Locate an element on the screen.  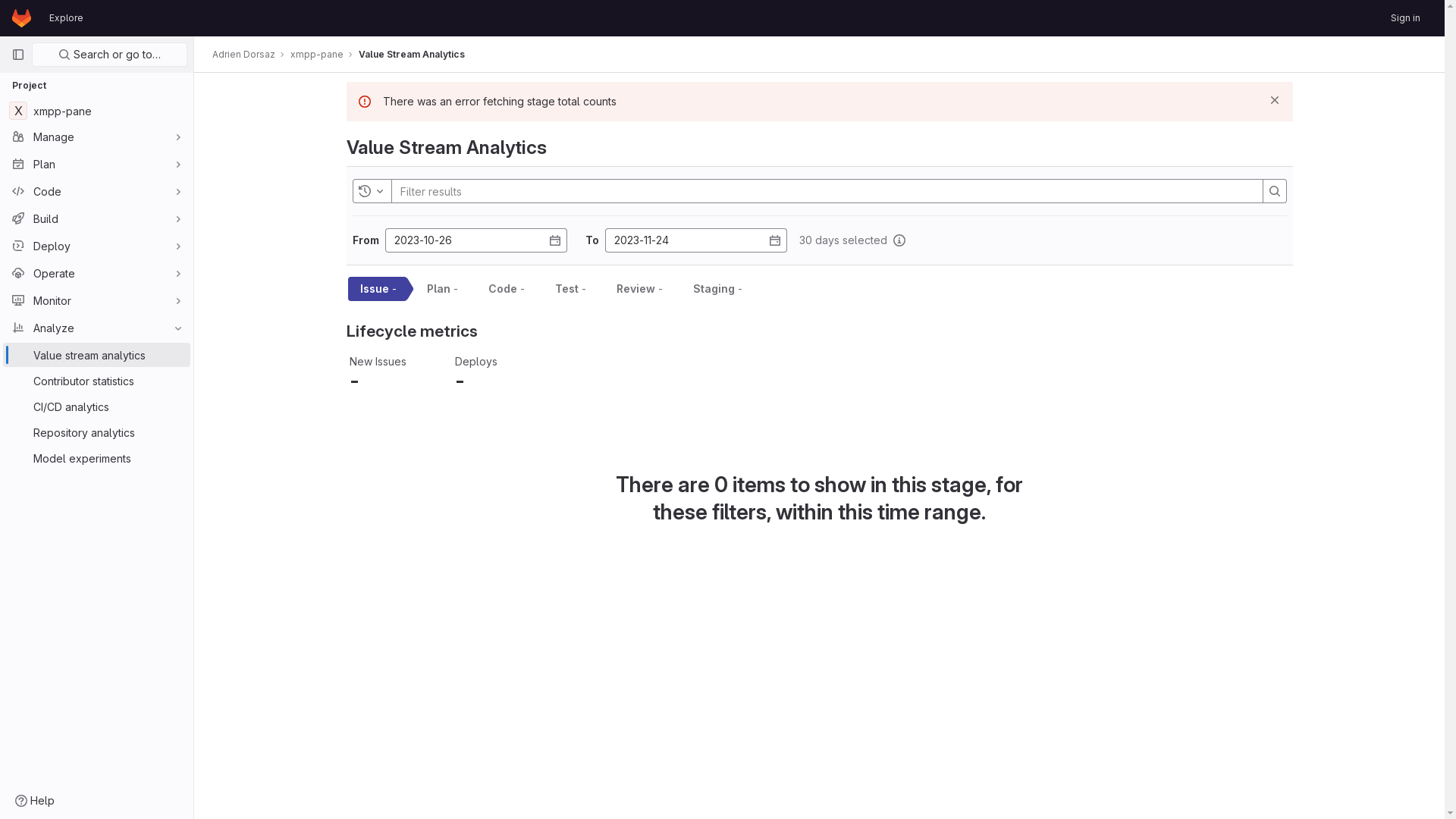
'Homepage' is located at coordinates (21, 17).